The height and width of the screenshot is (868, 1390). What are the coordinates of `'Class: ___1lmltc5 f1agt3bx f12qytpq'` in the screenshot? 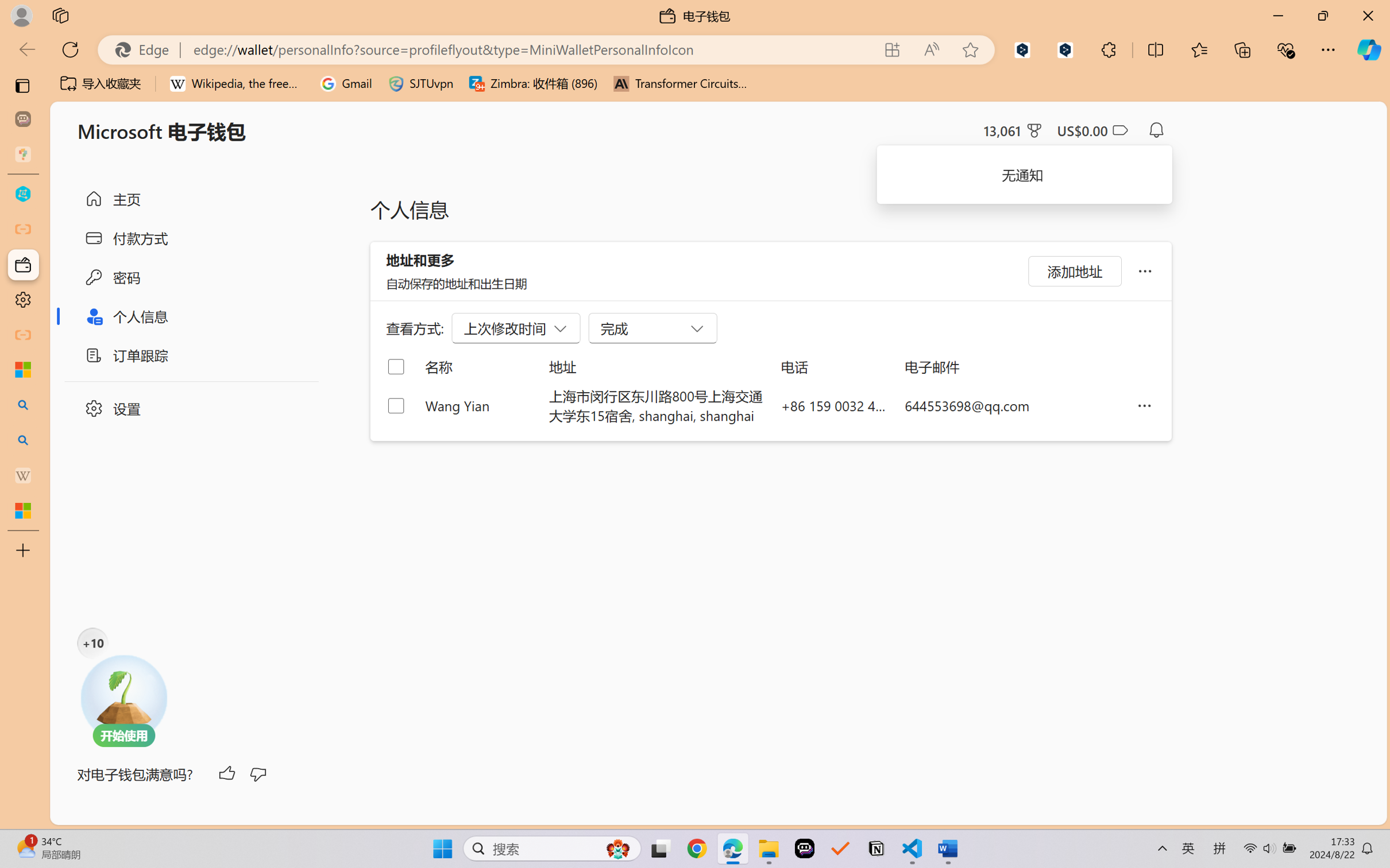 It's located at (1119, 130).